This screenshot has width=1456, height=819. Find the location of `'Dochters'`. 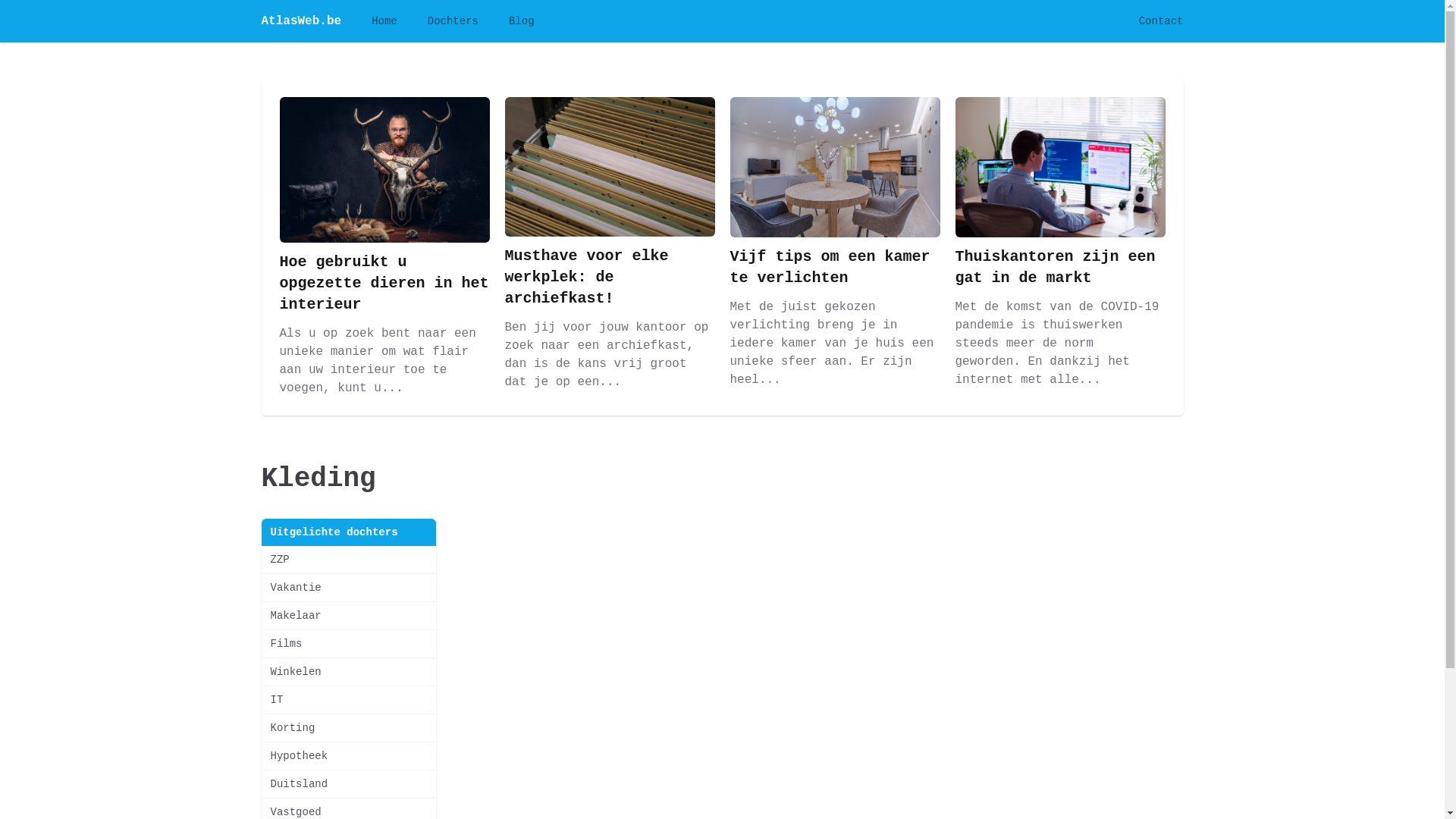

'Dochters' is located at coordinates (452, 20).